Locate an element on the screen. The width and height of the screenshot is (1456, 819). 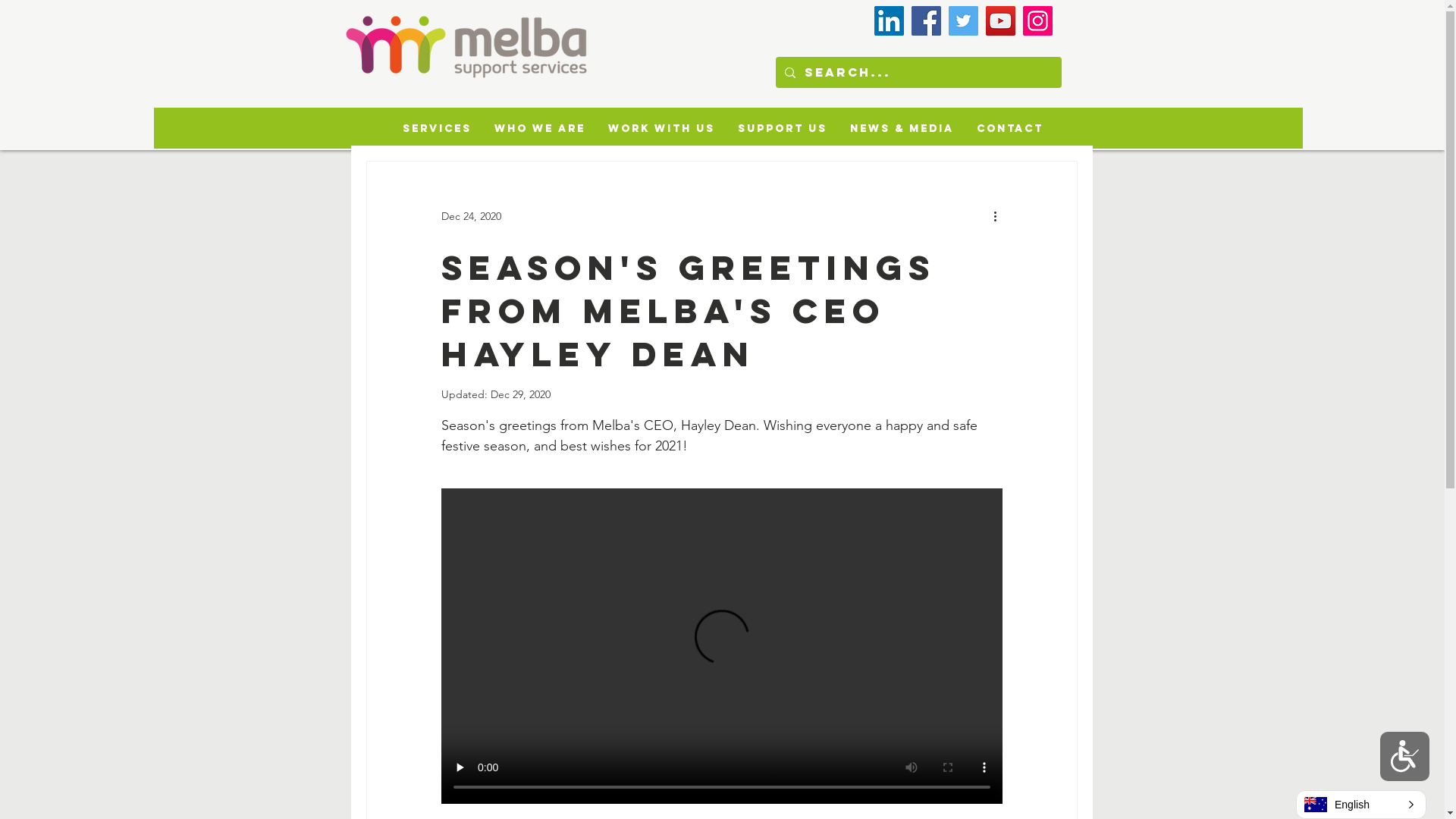
'Services' is located at coordinates (436, 127).